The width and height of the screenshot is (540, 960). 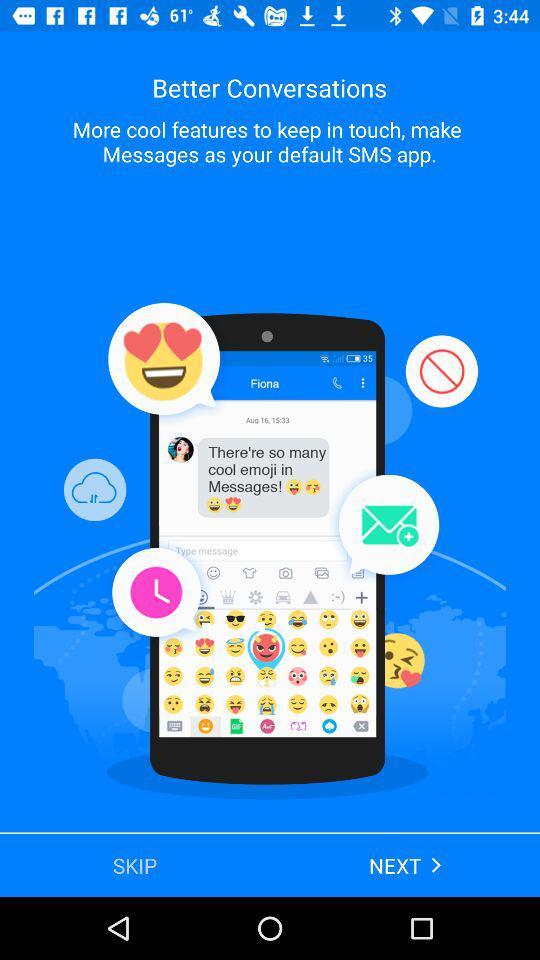 I want to click on the item to the left of next icon, so click(x=135, y=864).